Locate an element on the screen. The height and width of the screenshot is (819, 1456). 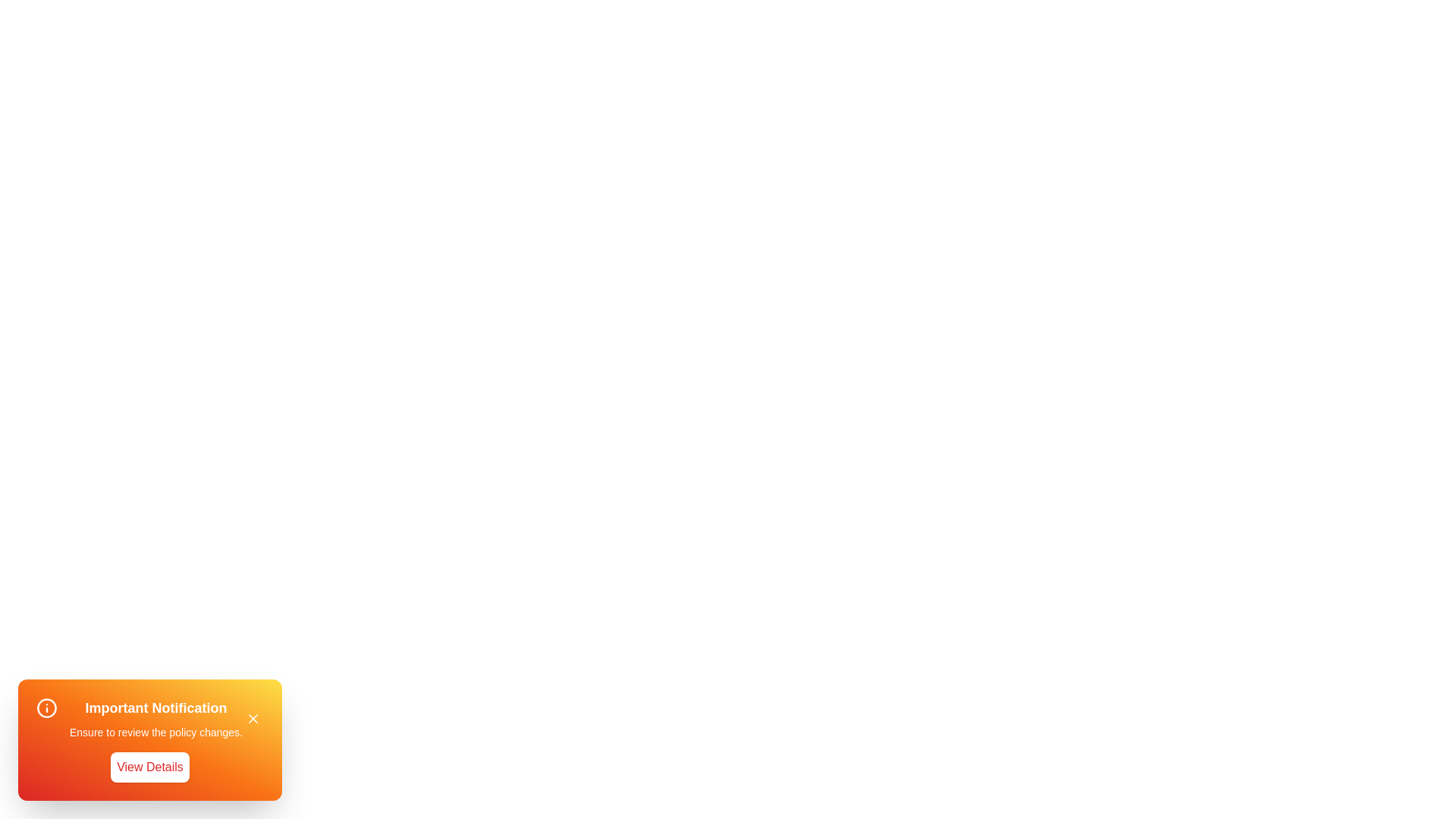
the 'View Details' button to view more details is located at coordinates (149, 767).